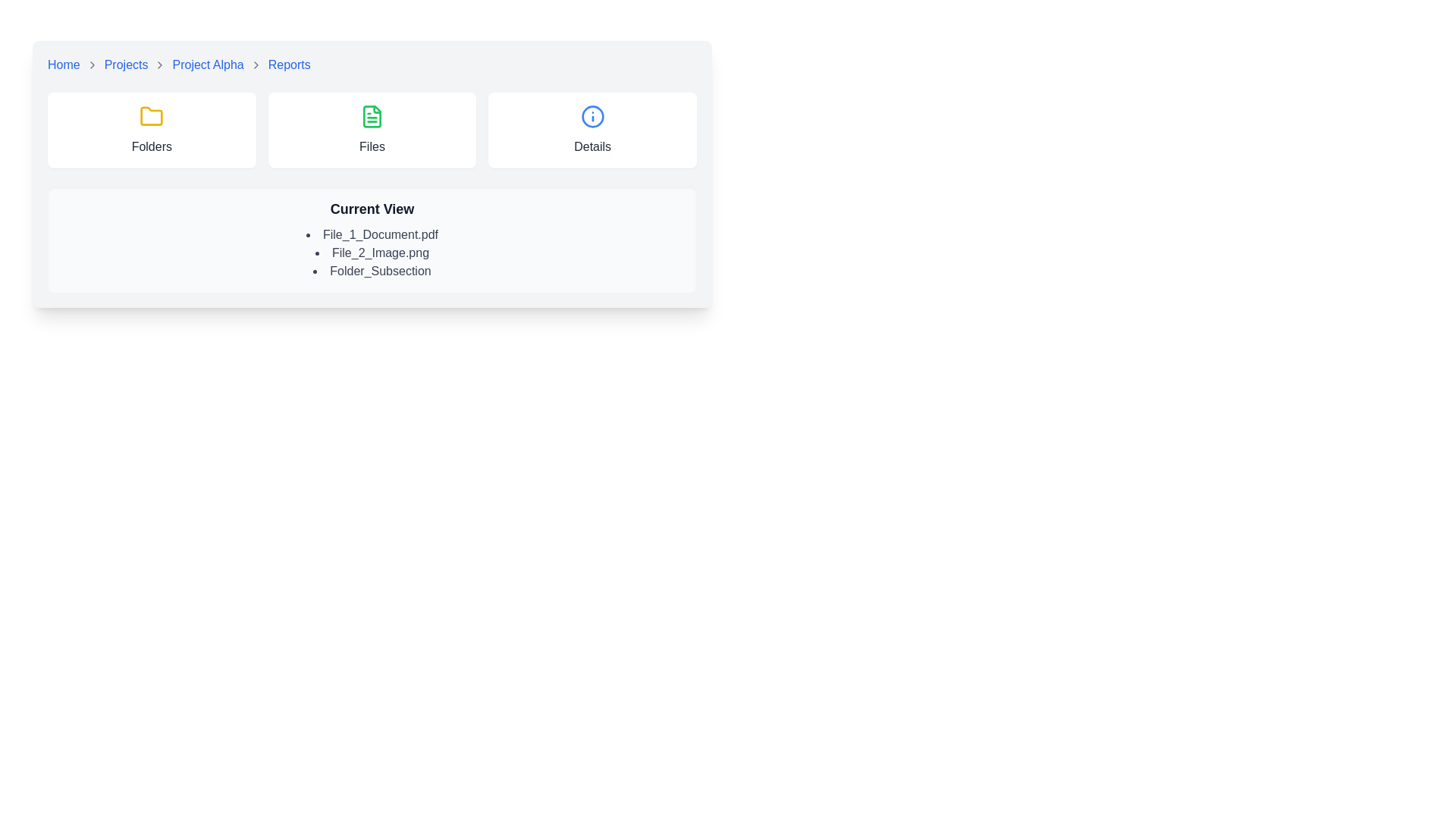  Describe the element at coordinates (372, 116) in the screenshot. I see `the green document icon located between the yellow folder icon labeled 'Folders' and the blue information icon labeled 'Details' in the upper section of the interface` at that location.